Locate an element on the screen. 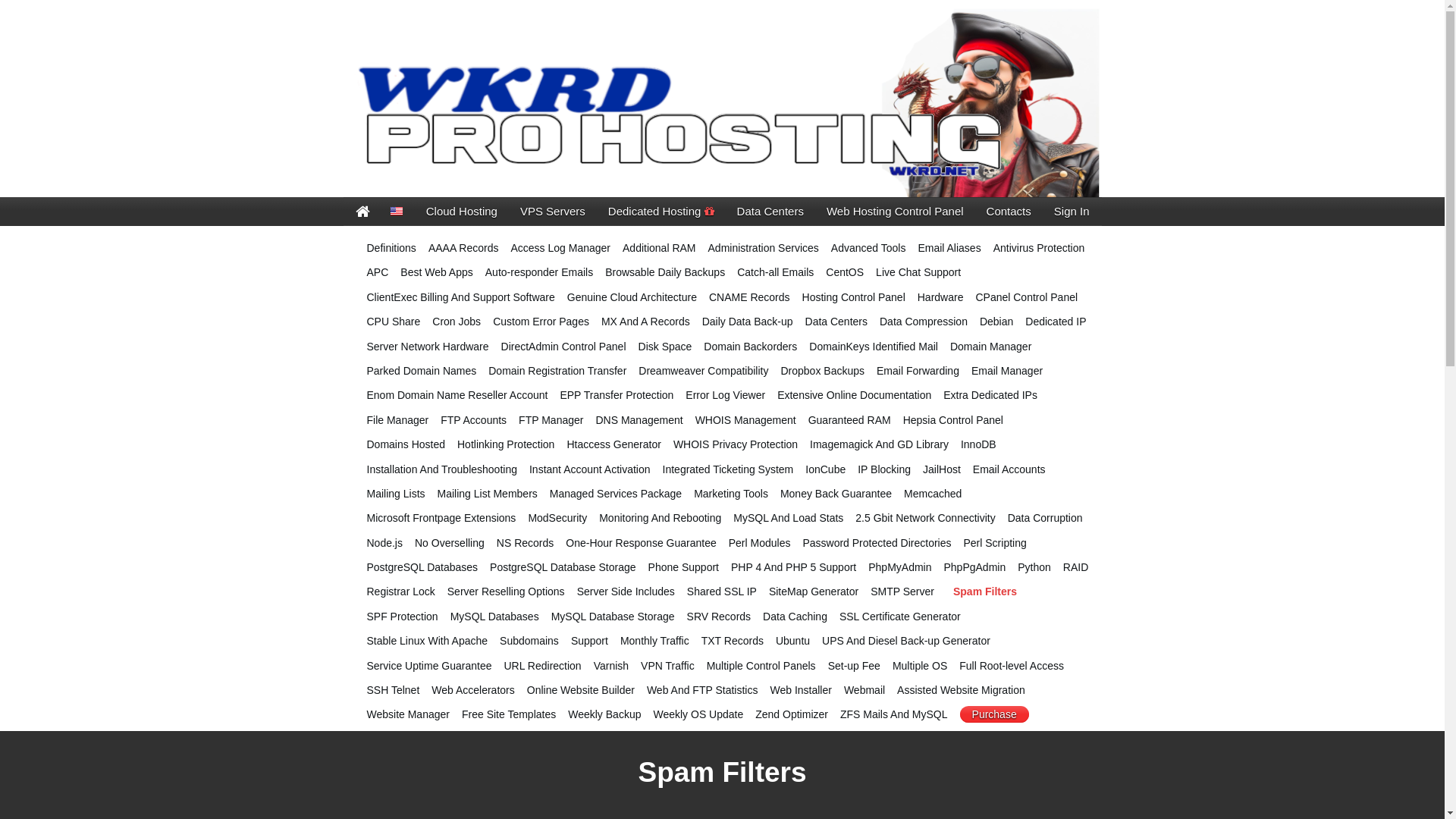  'SRV Records' is located at coordinates (686, 617).